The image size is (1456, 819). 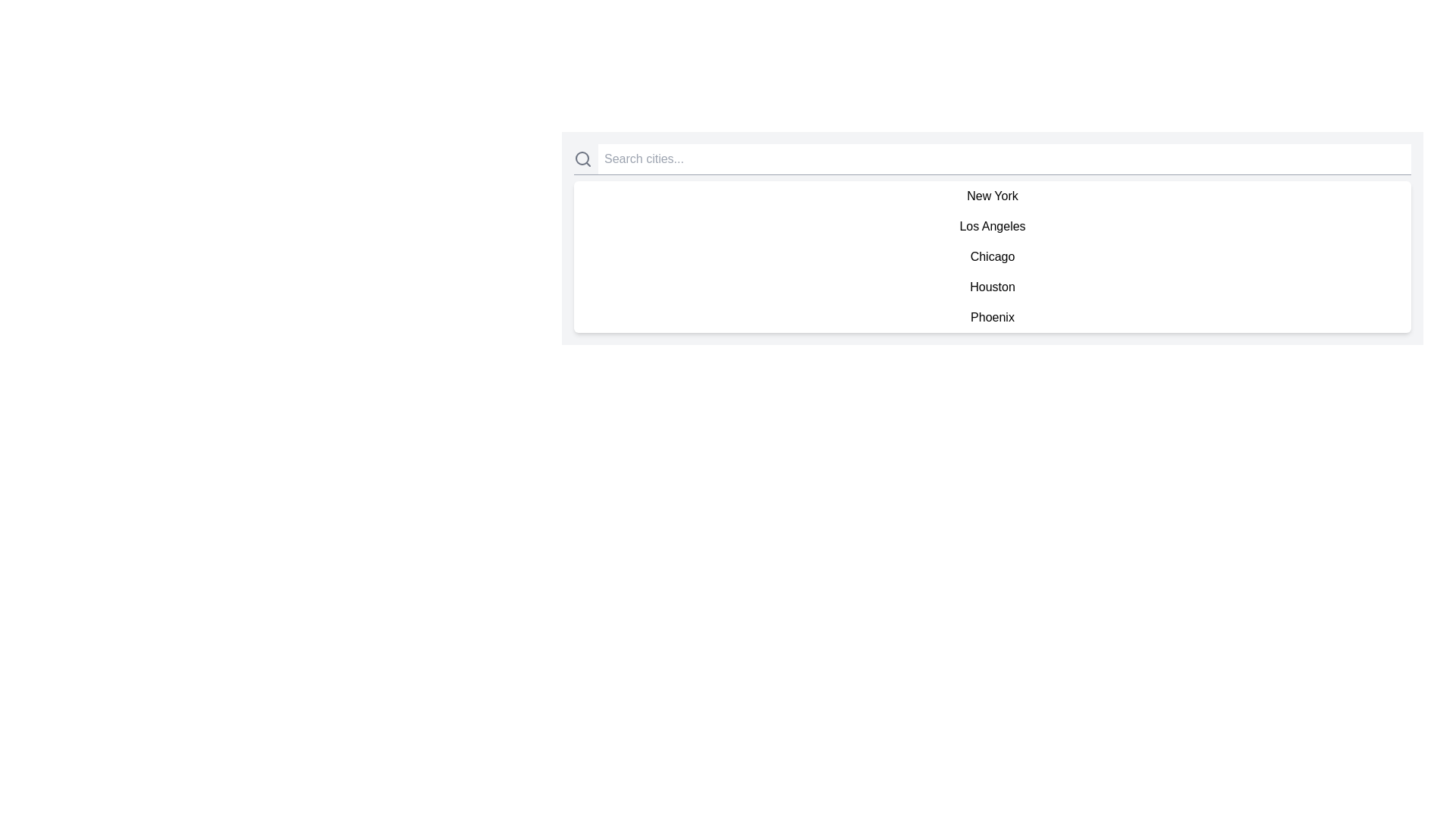 What do you see at coordinates (582, 158) in the screenshot?
I see `the graphical SVG circle element that is part of the search icon located at the top left of the text input field labeled 'Search cities...'` at bounding box center [582, 158].